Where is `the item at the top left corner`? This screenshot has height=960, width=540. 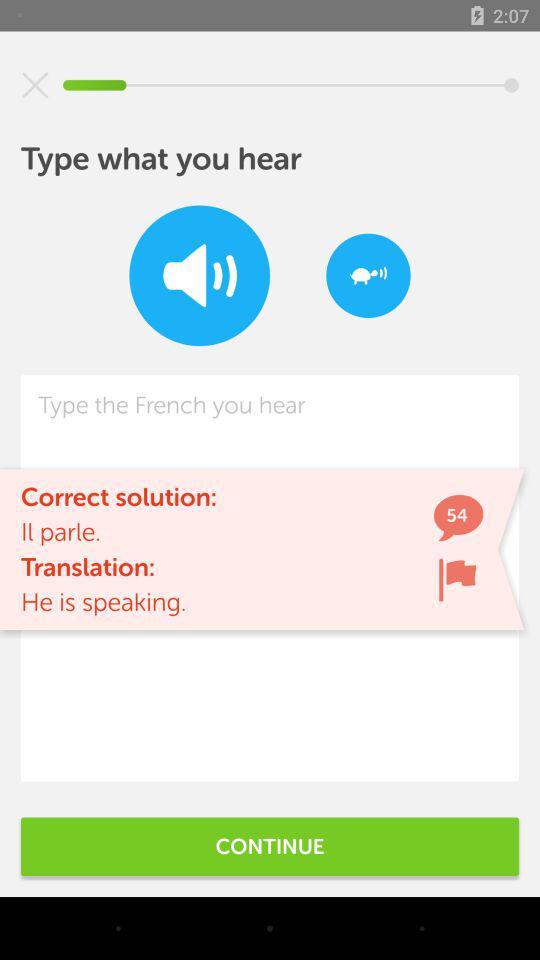 the item at the top left corner is located at coordinates (35, 85).